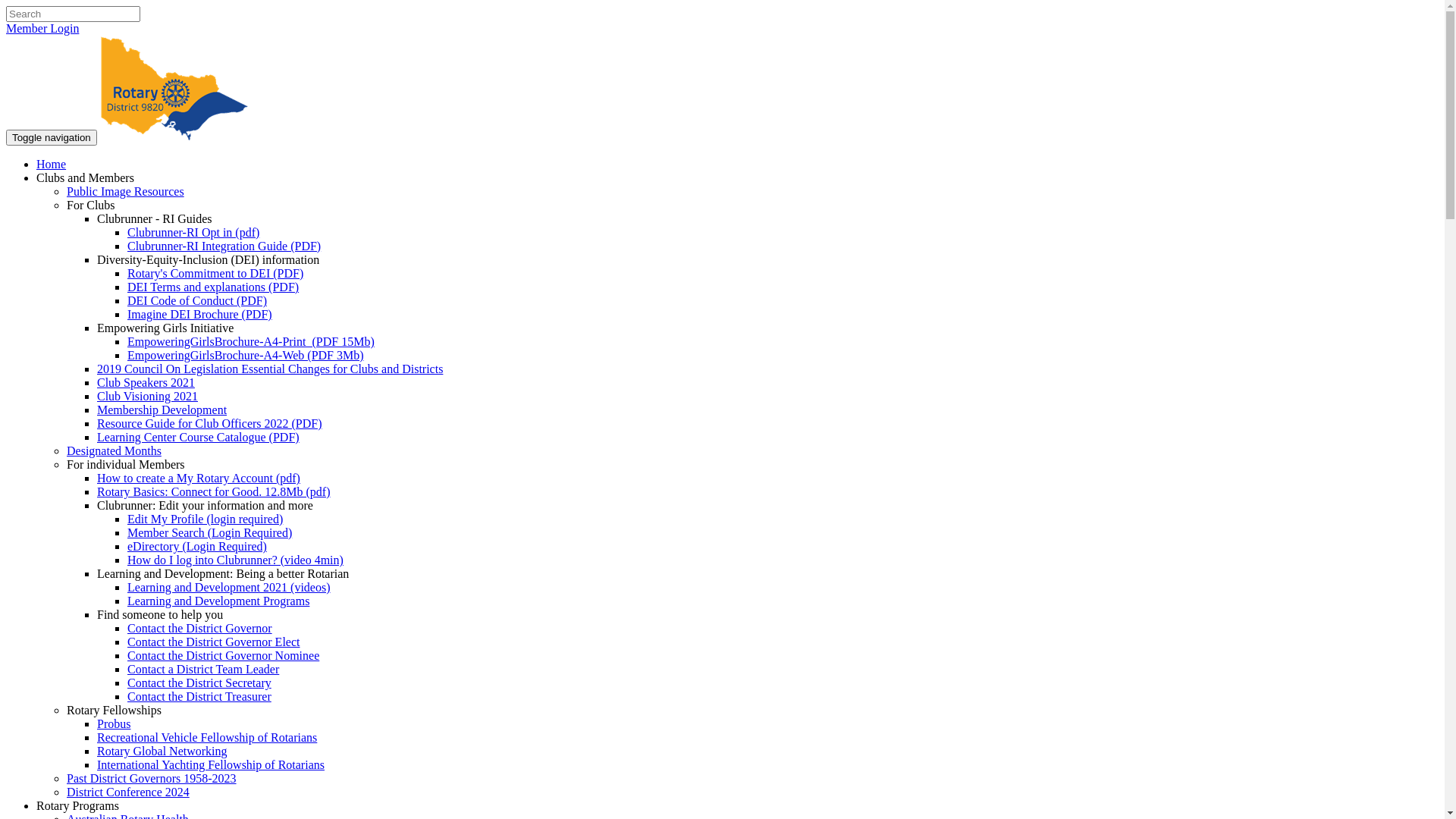 The width and height of the screenshot is (1456, 819). I want to click on 'Edit My Profile (login required)', so click(127, 518).